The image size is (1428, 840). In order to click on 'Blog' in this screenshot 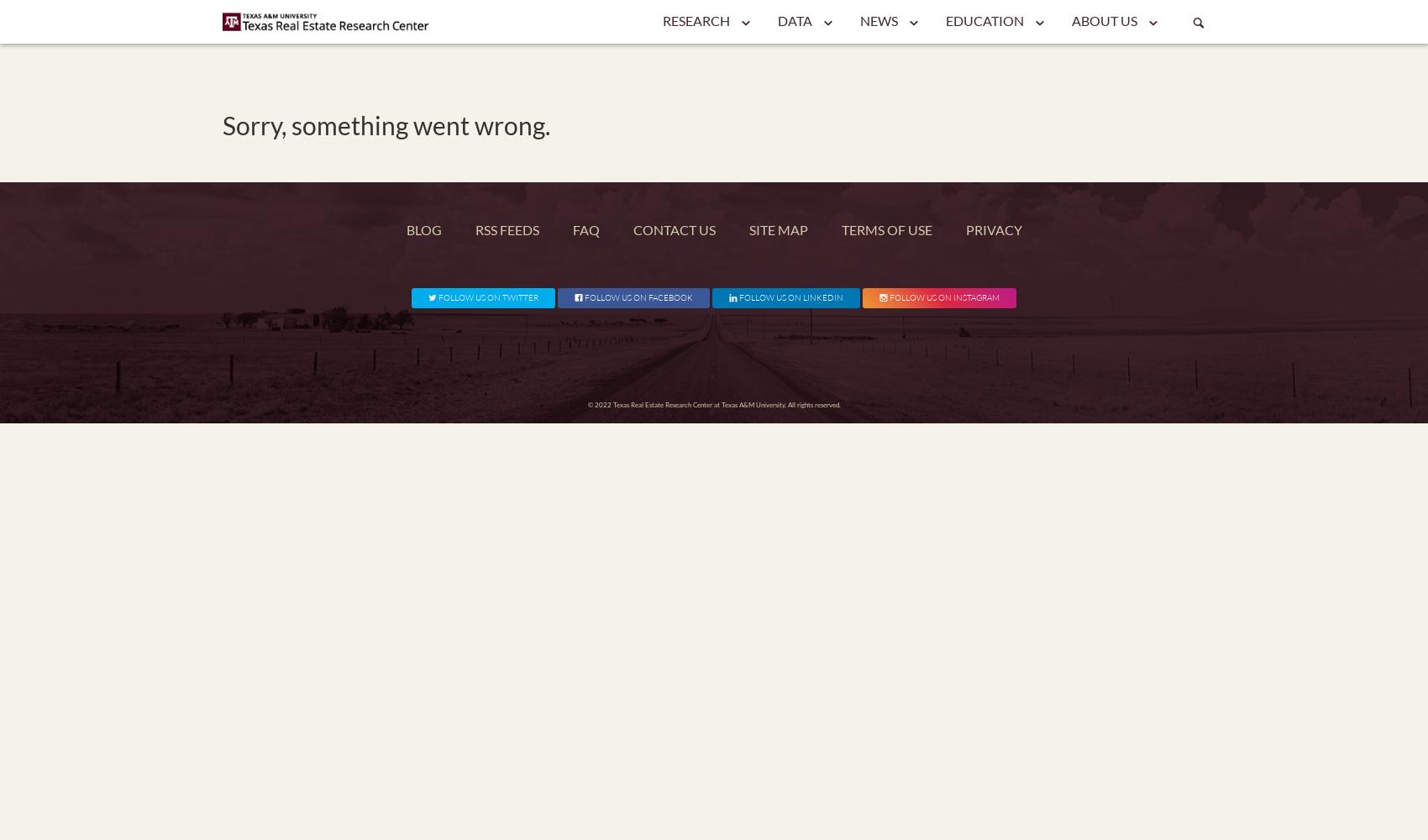, I will do `click(423, 229)`.